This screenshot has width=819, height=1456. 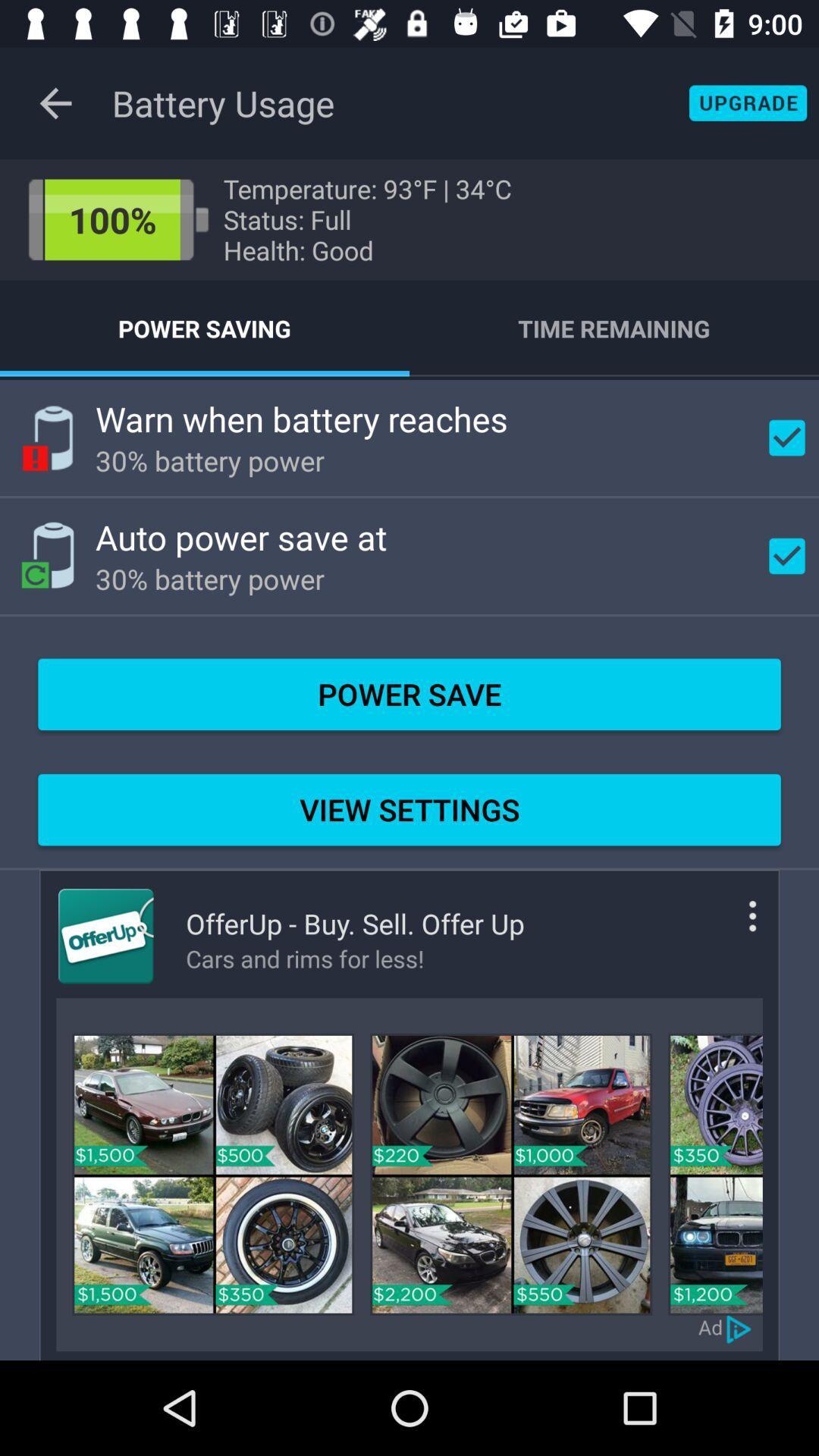 What do you see at coordinates (747, 102) in the screenshot?
I see `upgrade` at bounding box center [747, 102].